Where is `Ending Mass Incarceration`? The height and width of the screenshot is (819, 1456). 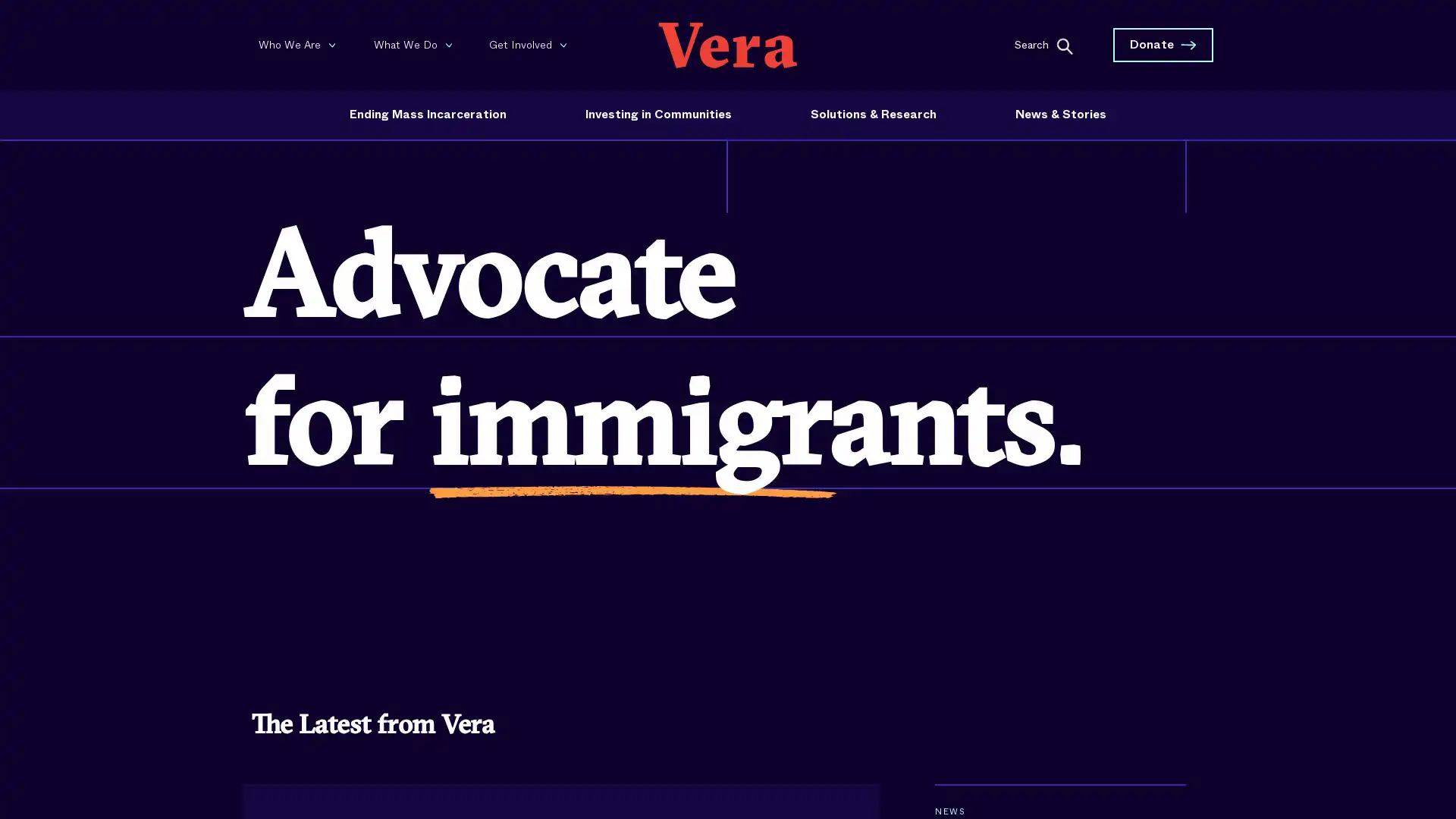 Ending Mass Incarceration is located at coordinates (427, 114).